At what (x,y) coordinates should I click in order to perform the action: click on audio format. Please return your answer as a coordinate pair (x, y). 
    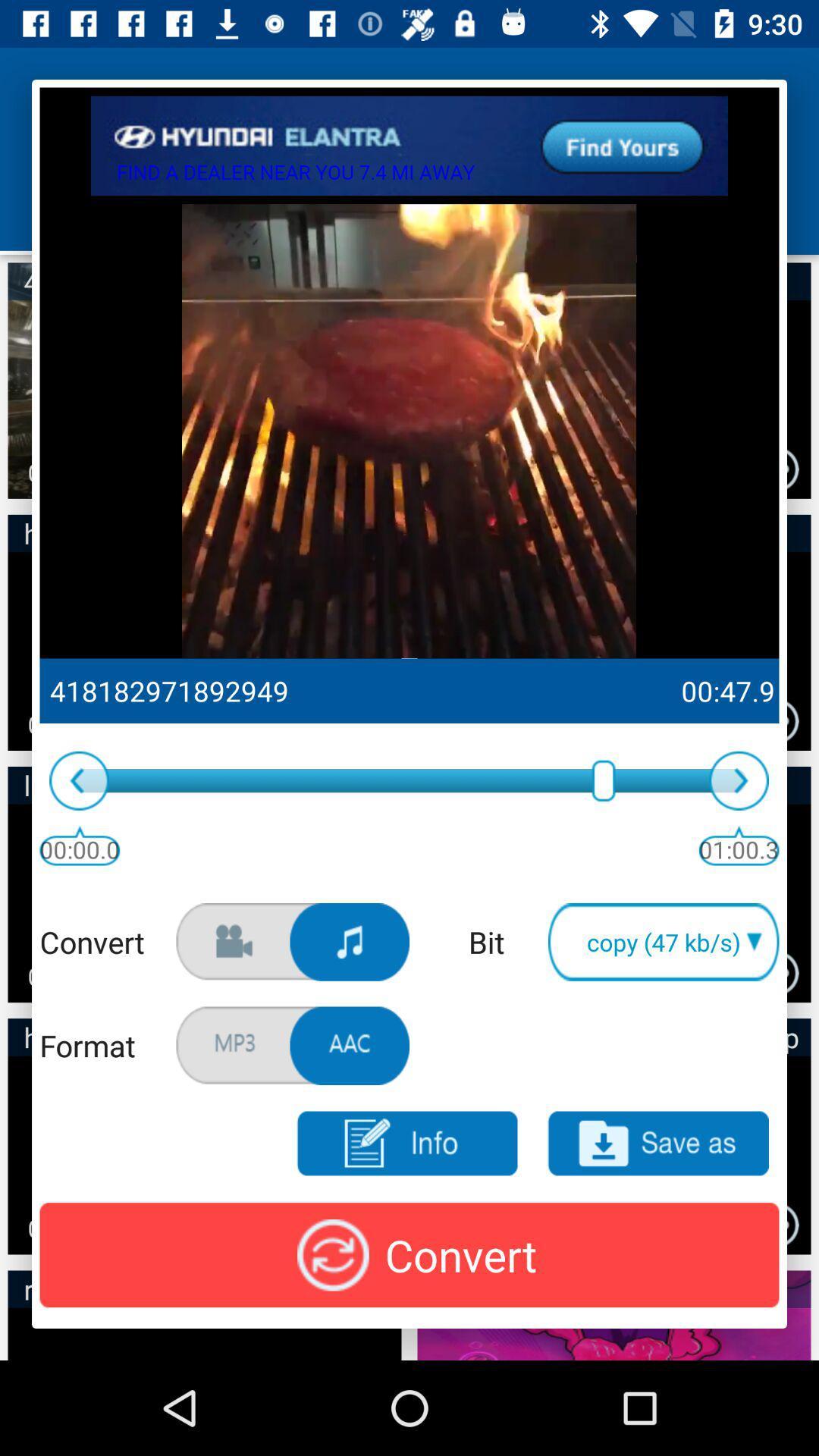
    Looking at the image, I should click on (350, 1045).